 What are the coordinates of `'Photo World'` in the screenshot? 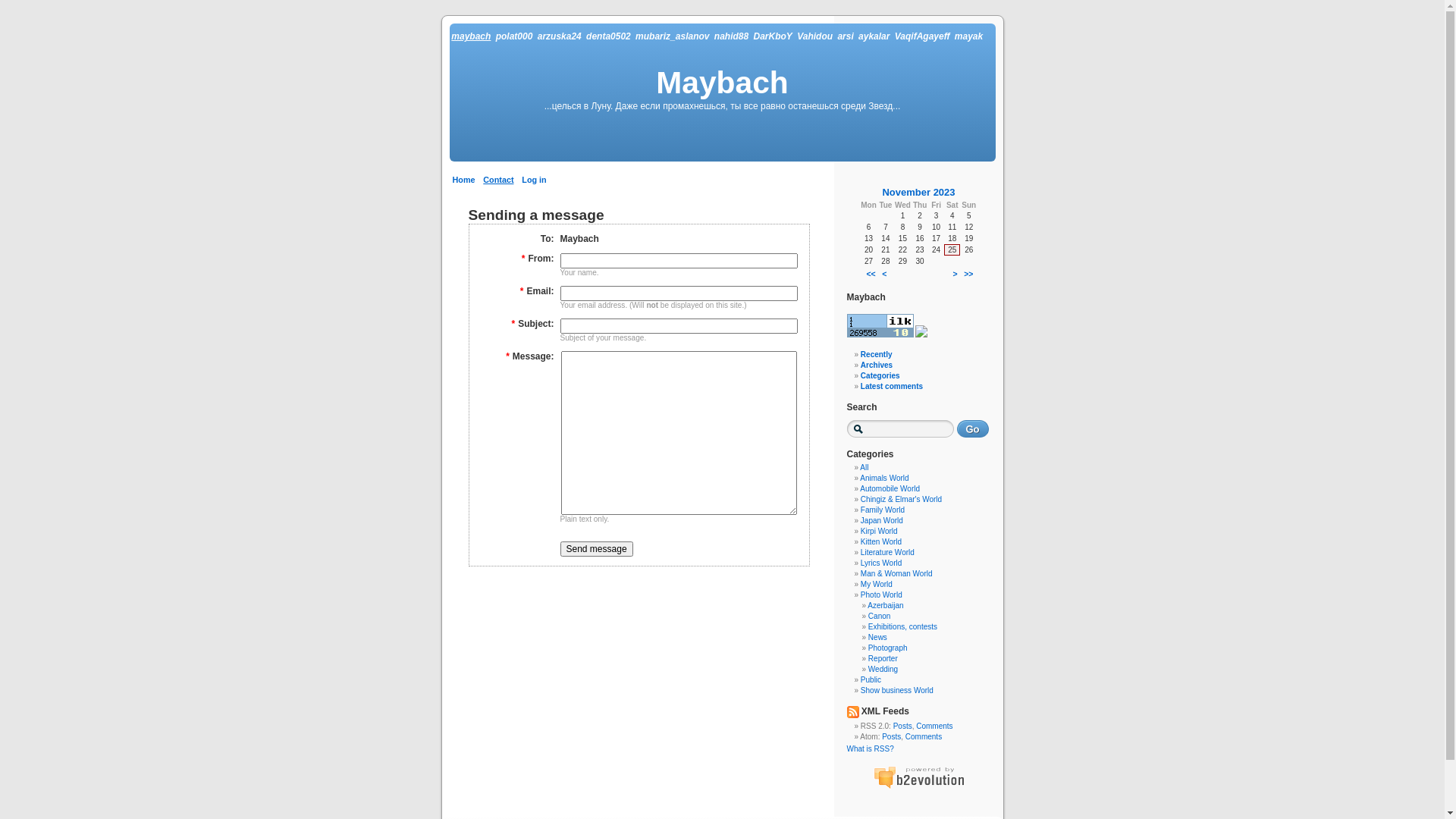 It's located at (881, 594).